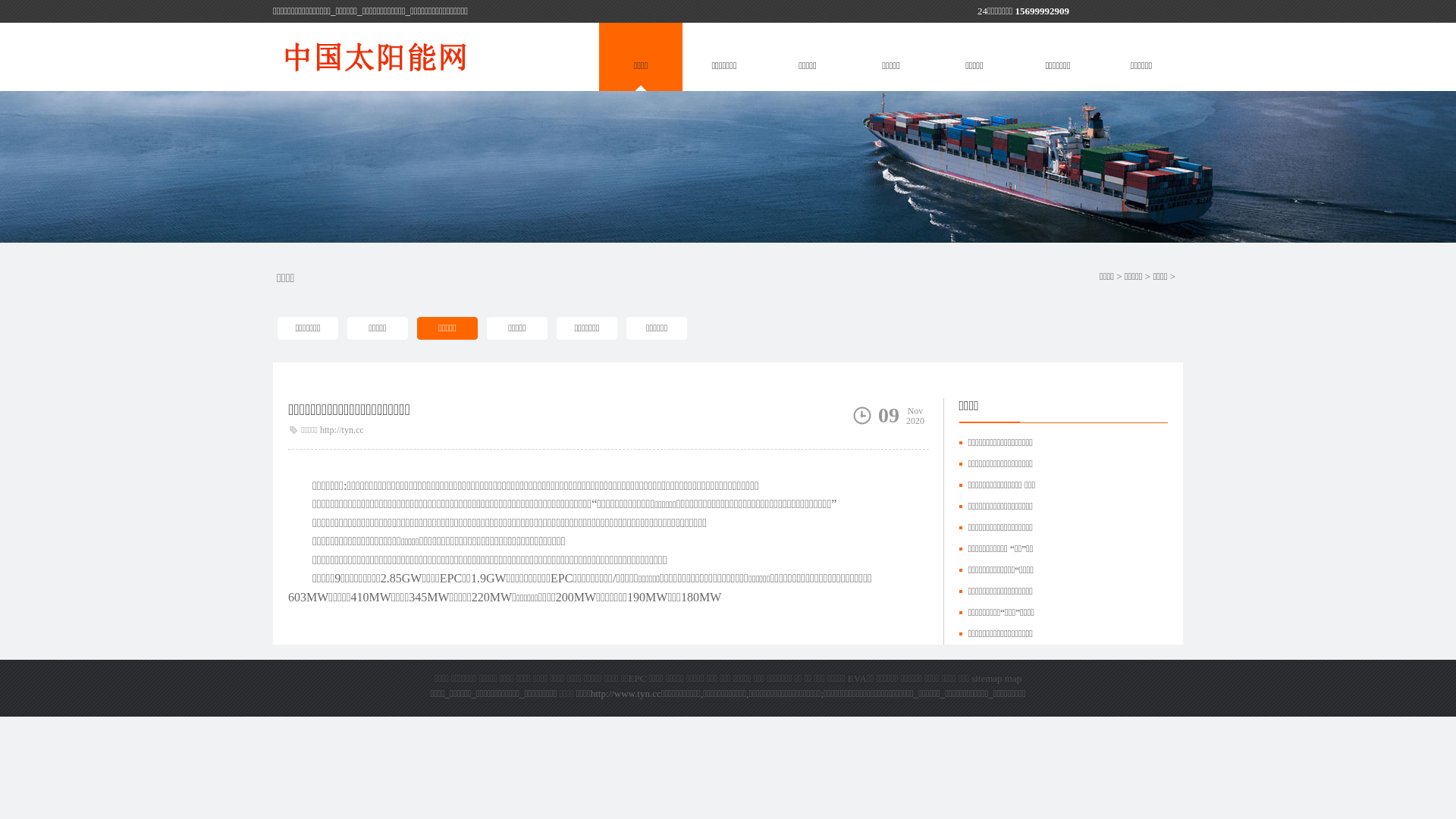 The height and width of the screenshot is (819, 1456). I want to click on 'sitemap', so click(971, 677).